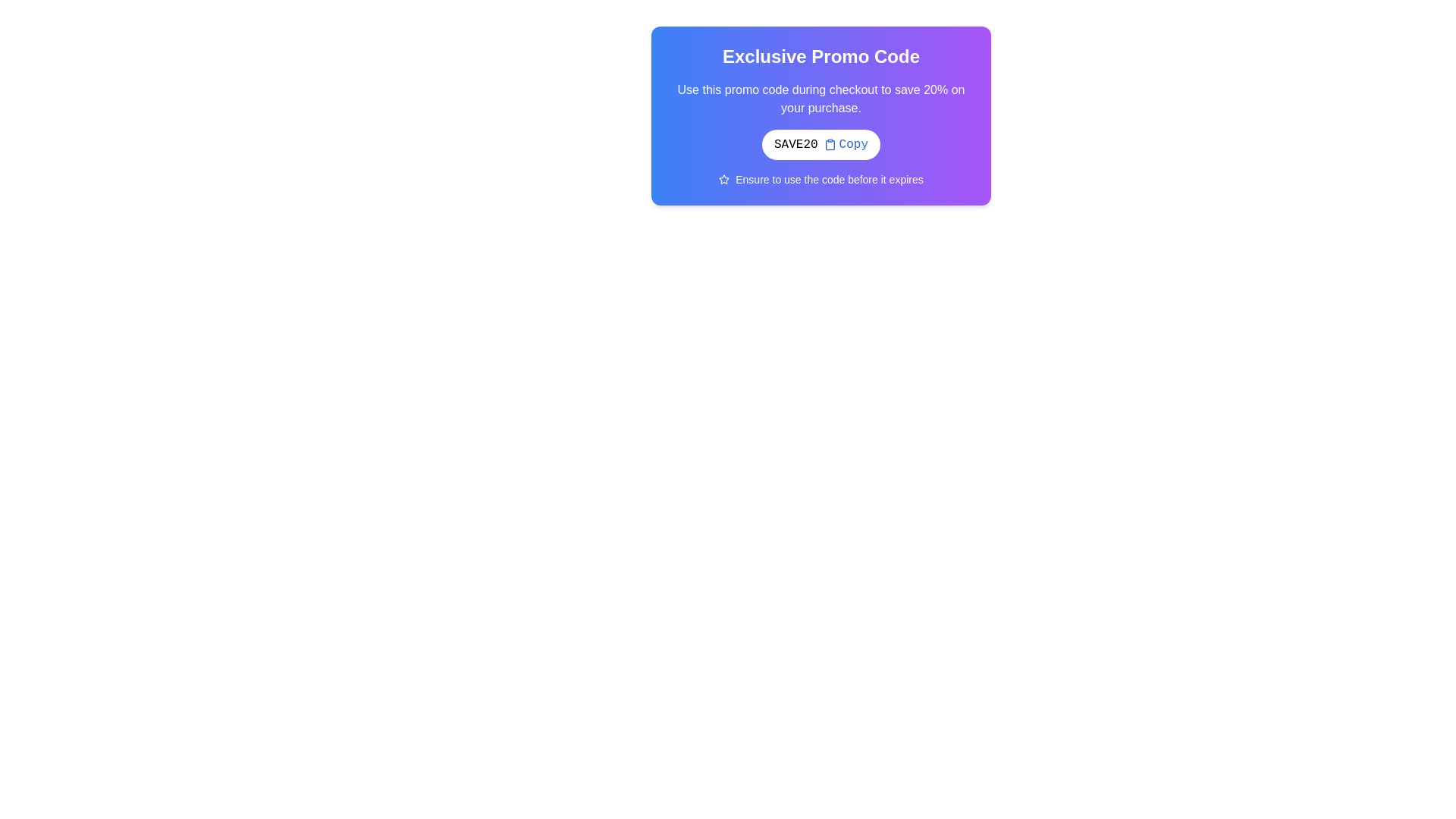 The image size is (1456, 819). What do you see at coordinates (821, 99) in the screenshot?
I see `informational text of the label that contains the promo code instructions, which is styled in white text on a gradient background, located below the title 'Exclusive Promo Code'` at bounding box center [821, 99].